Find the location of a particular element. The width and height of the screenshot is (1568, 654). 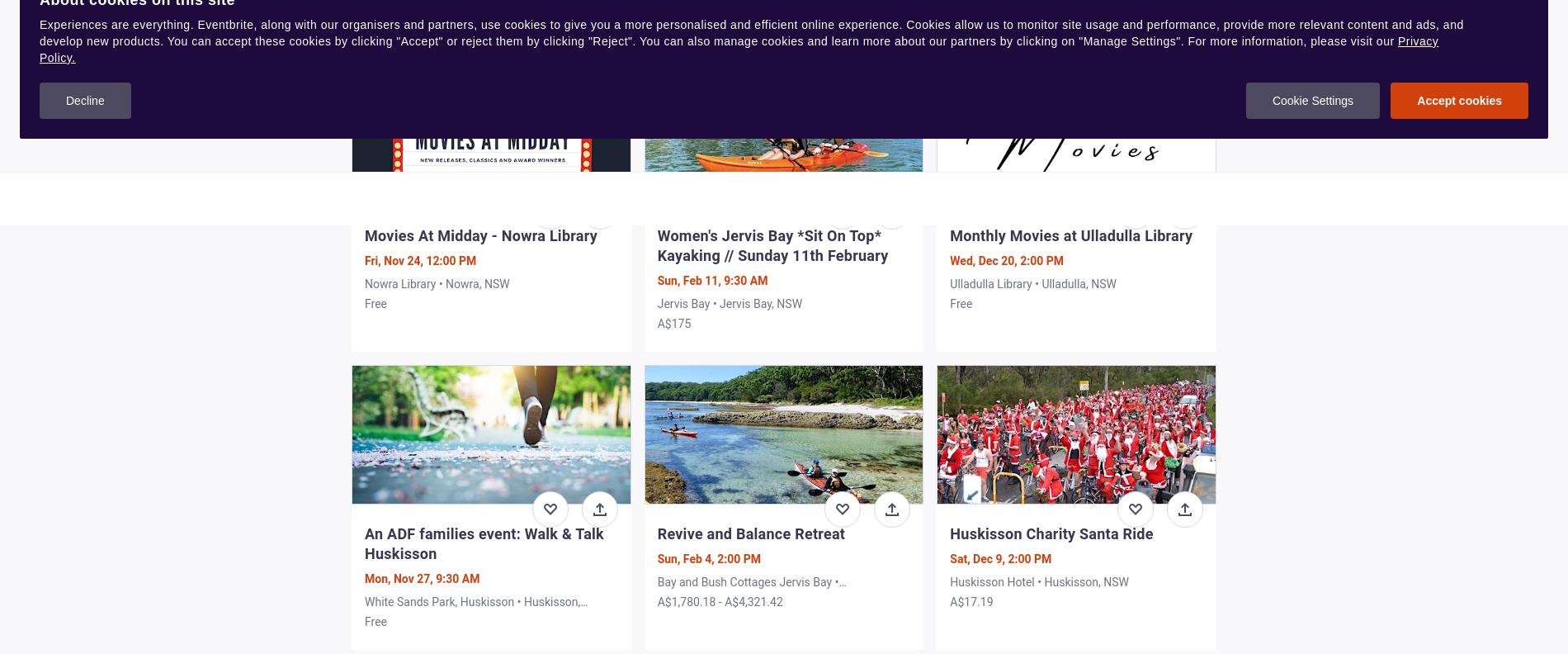

'Nowra Library • Nowra, NSW' is located at coordinates (437, 282).